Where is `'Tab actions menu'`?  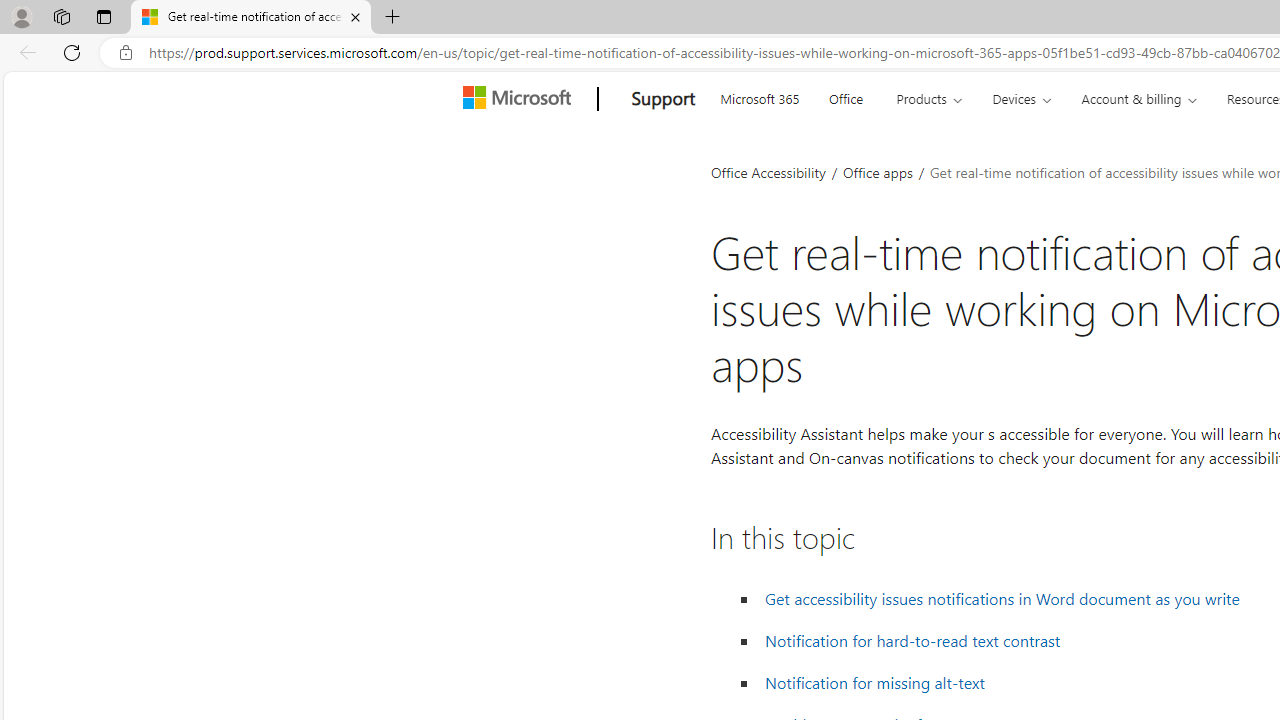
'Tab actions menu' is located at coordinates (103, 16).